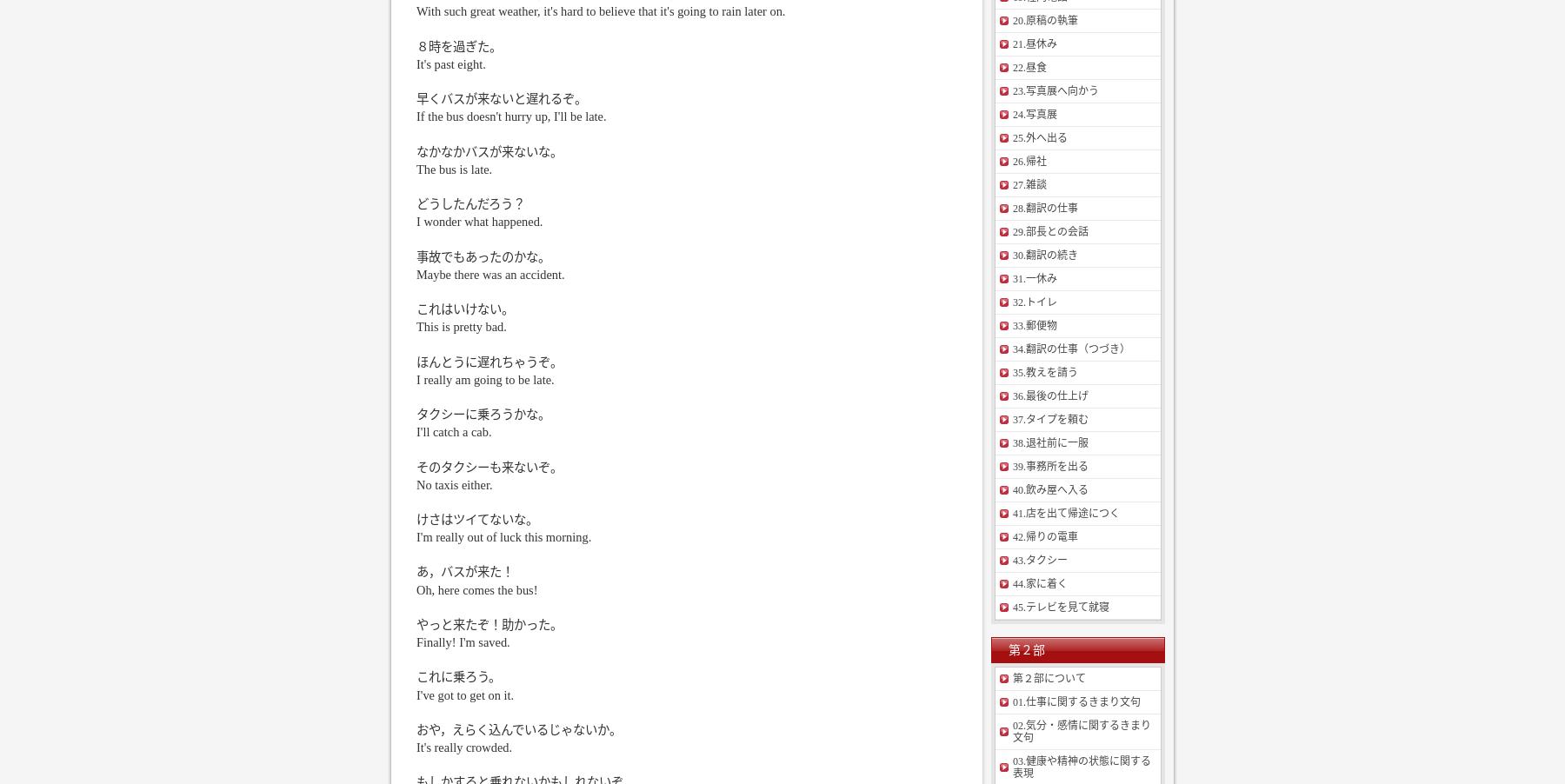 The width and height of the screenshot is (1565, 784). Describe the element at coordinates (1049, 490) in the screenshot. I see `'40.飲み屋へ入る'` at that location.